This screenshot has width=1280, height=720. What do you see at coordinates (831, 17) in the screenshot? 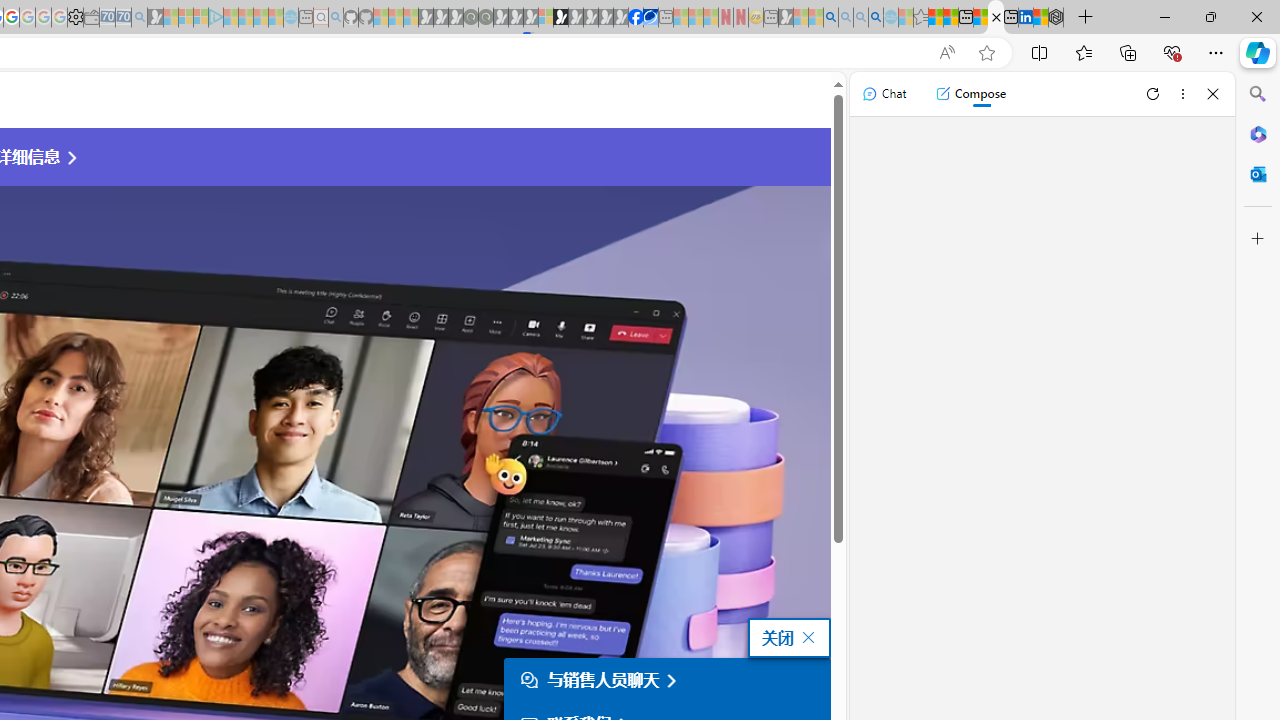
I see `'Bing AI - Search'` at bounding box center [831, 17].